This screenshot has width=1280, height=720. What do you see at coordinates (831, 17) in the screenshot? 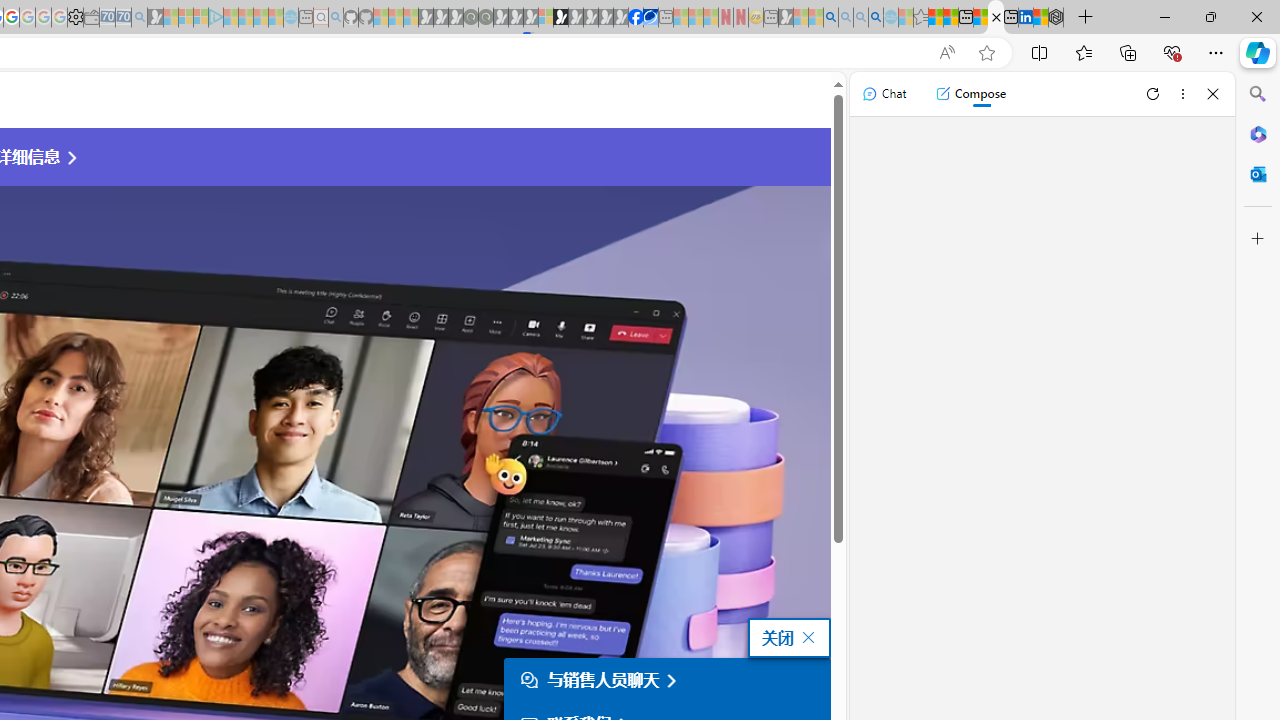
I see `'Bing AI - Search'` at bounding box center [831, 17].